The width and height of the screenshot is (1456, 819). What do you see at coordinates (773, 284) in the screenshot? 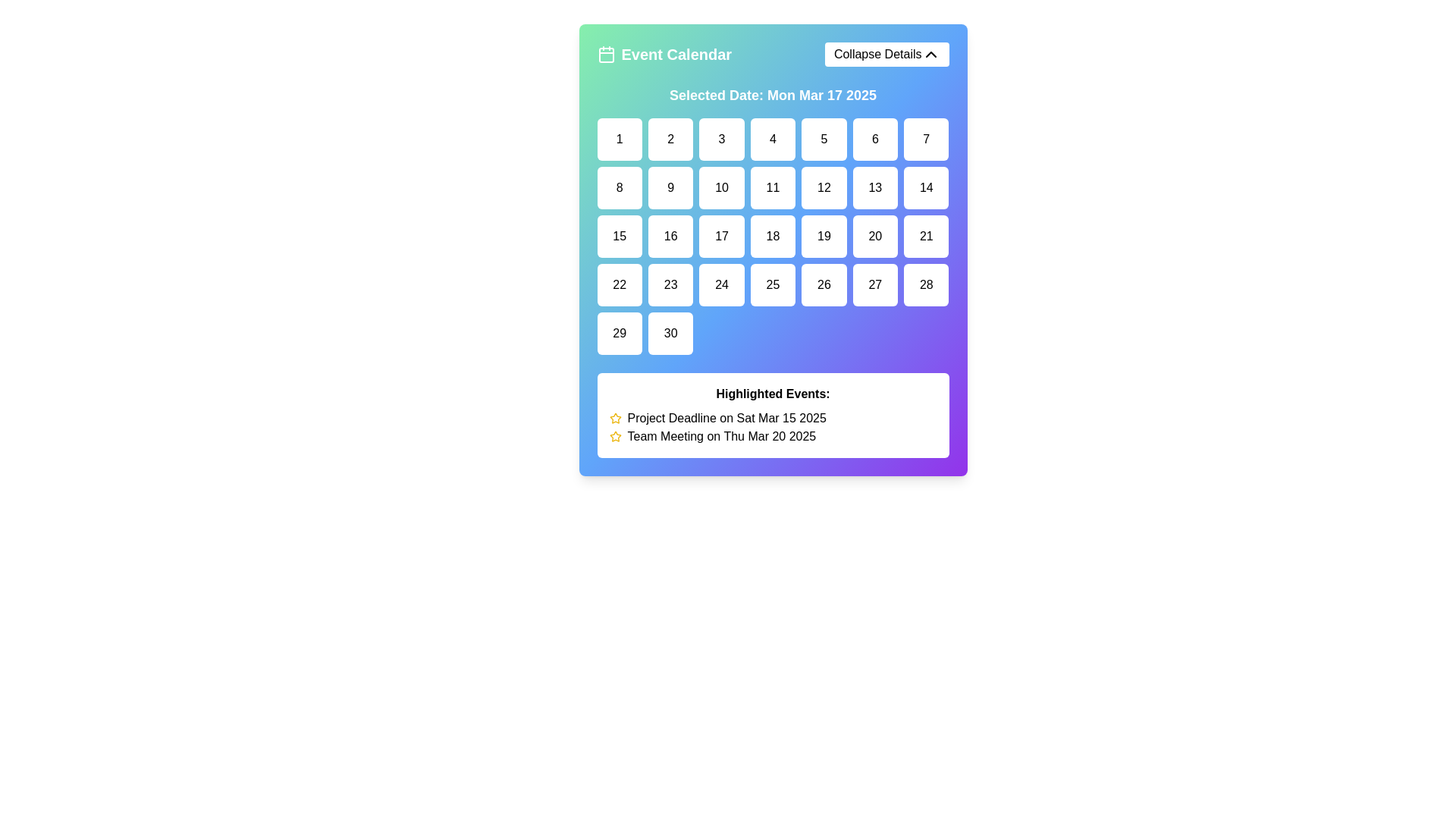
I see `the button representing the 25th day in the calendar grid` at bounding box center [773, 284].